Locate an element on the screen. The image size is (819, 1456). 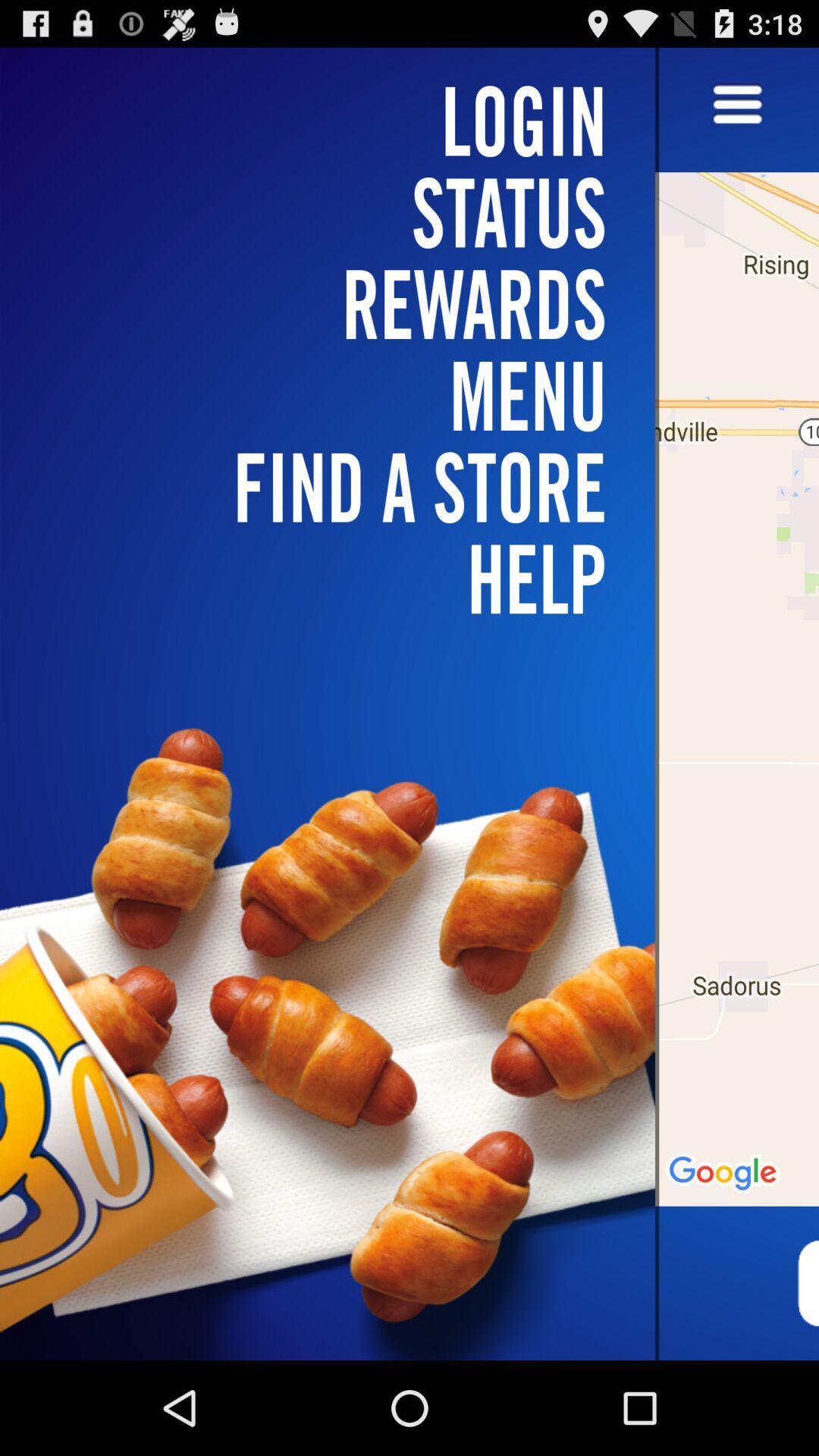
icon above menu icon is located at coordinates (336, 212).